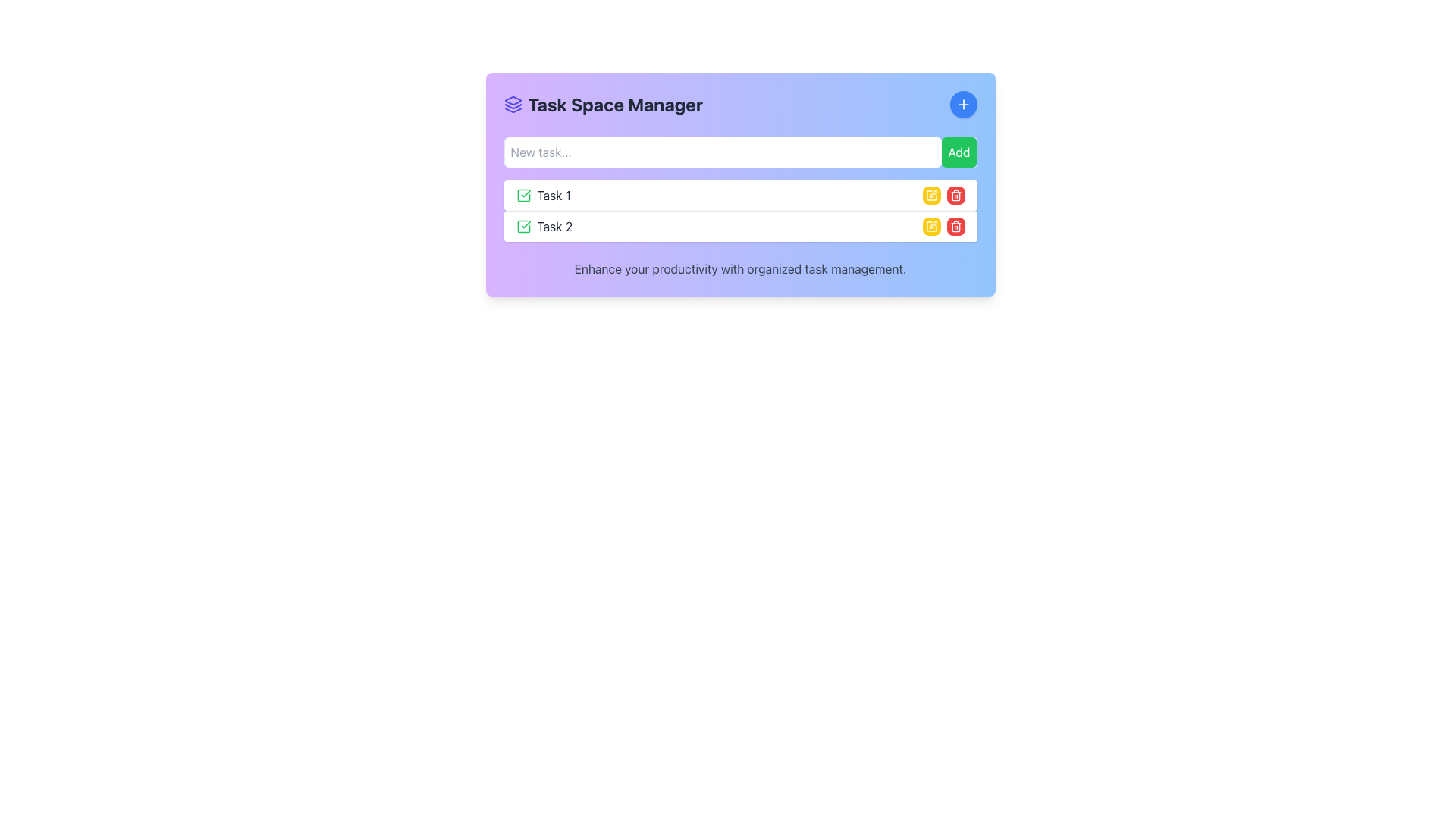  Describe the element at coordinates (740, 226) in the screenshot. I see `the task item labeled 'Task 2'` at that location.